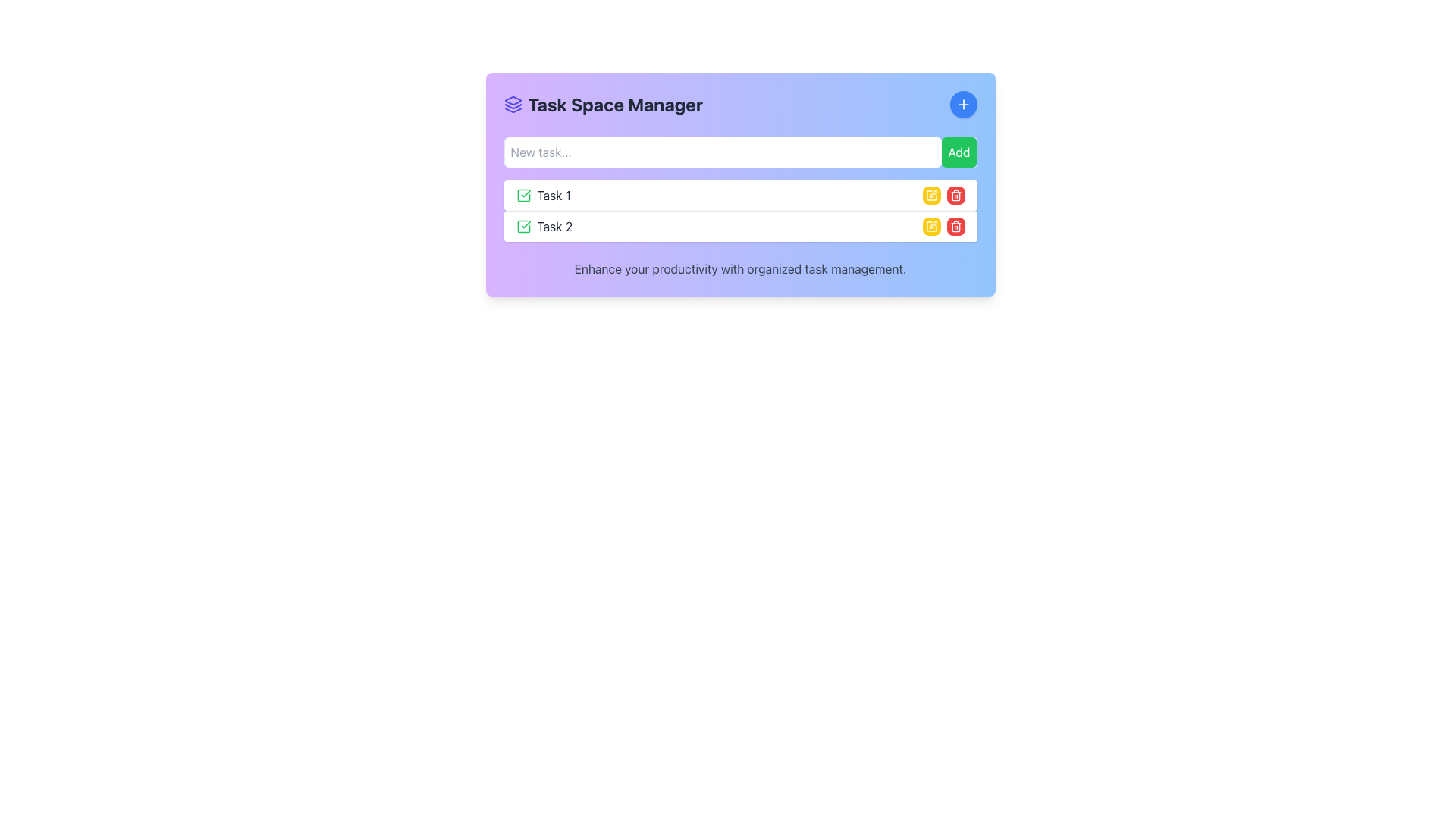  Describe the element at coordinates (740, 226) in the screenshot. I see `the task item labeled 'Task 2'` at that location.